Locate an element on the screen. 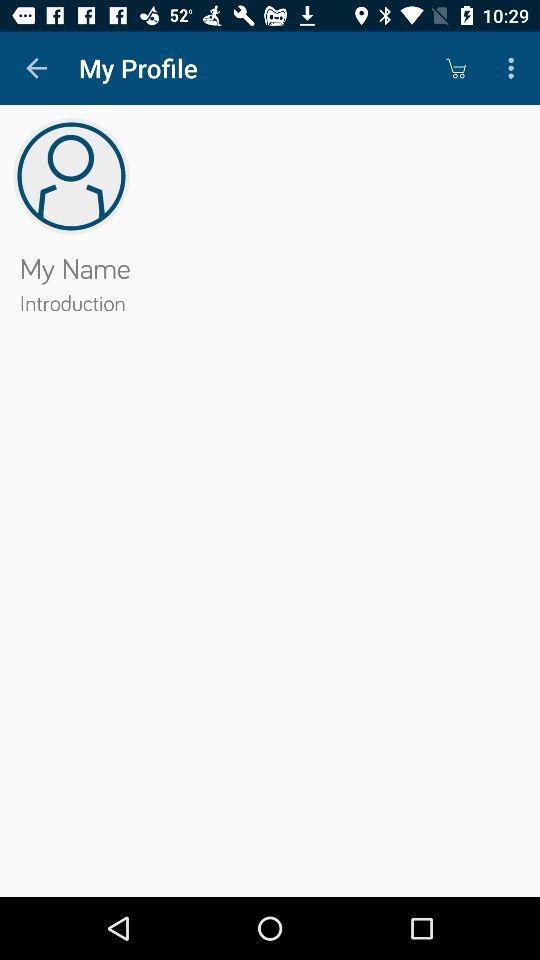  the app to the left of my profile icon is located at coordinates (36, 68).